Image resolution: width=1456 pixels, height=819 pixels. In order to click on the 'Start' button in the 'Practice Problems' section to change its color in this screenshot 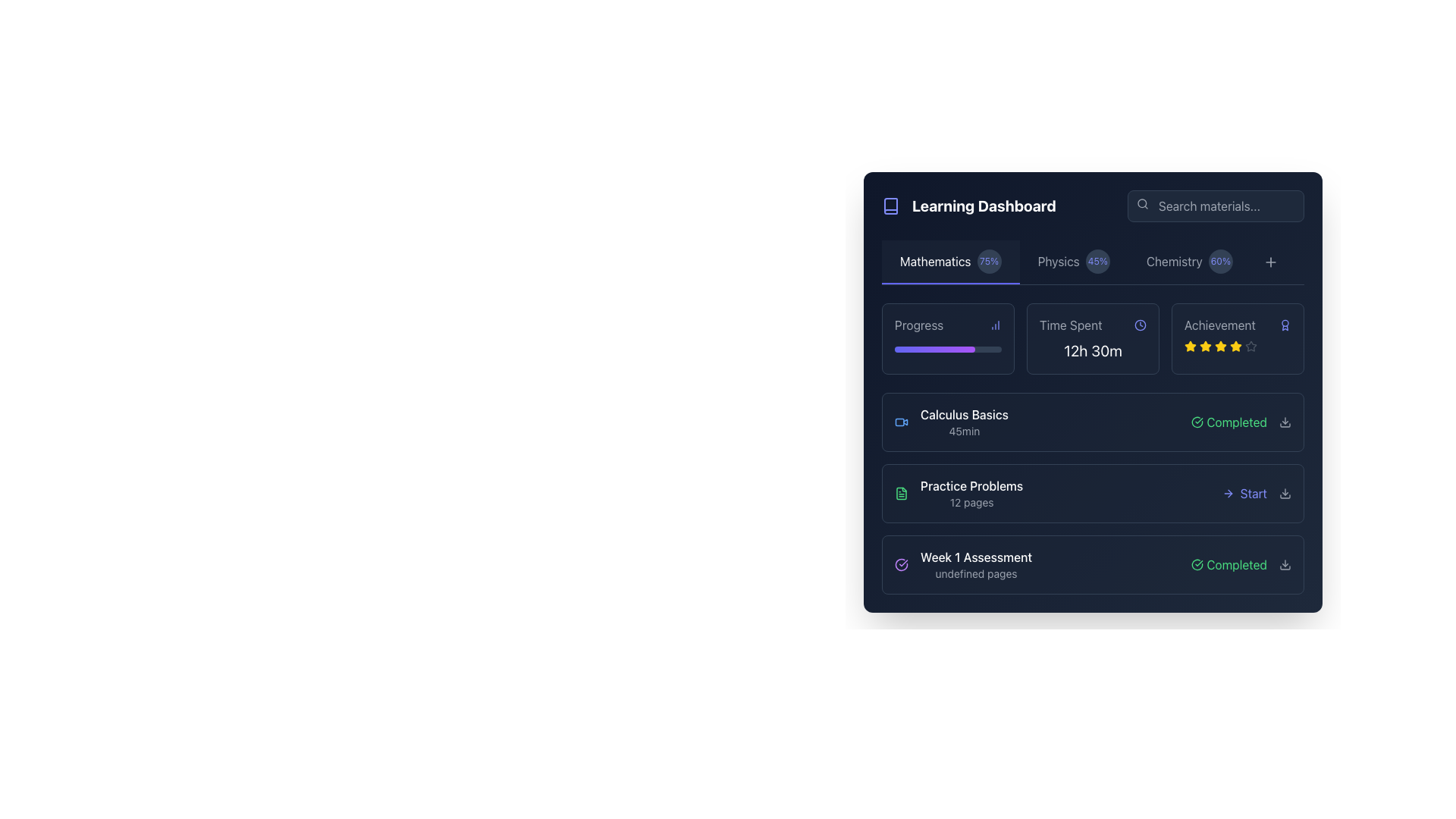, I will do `click(1257, 494)`.